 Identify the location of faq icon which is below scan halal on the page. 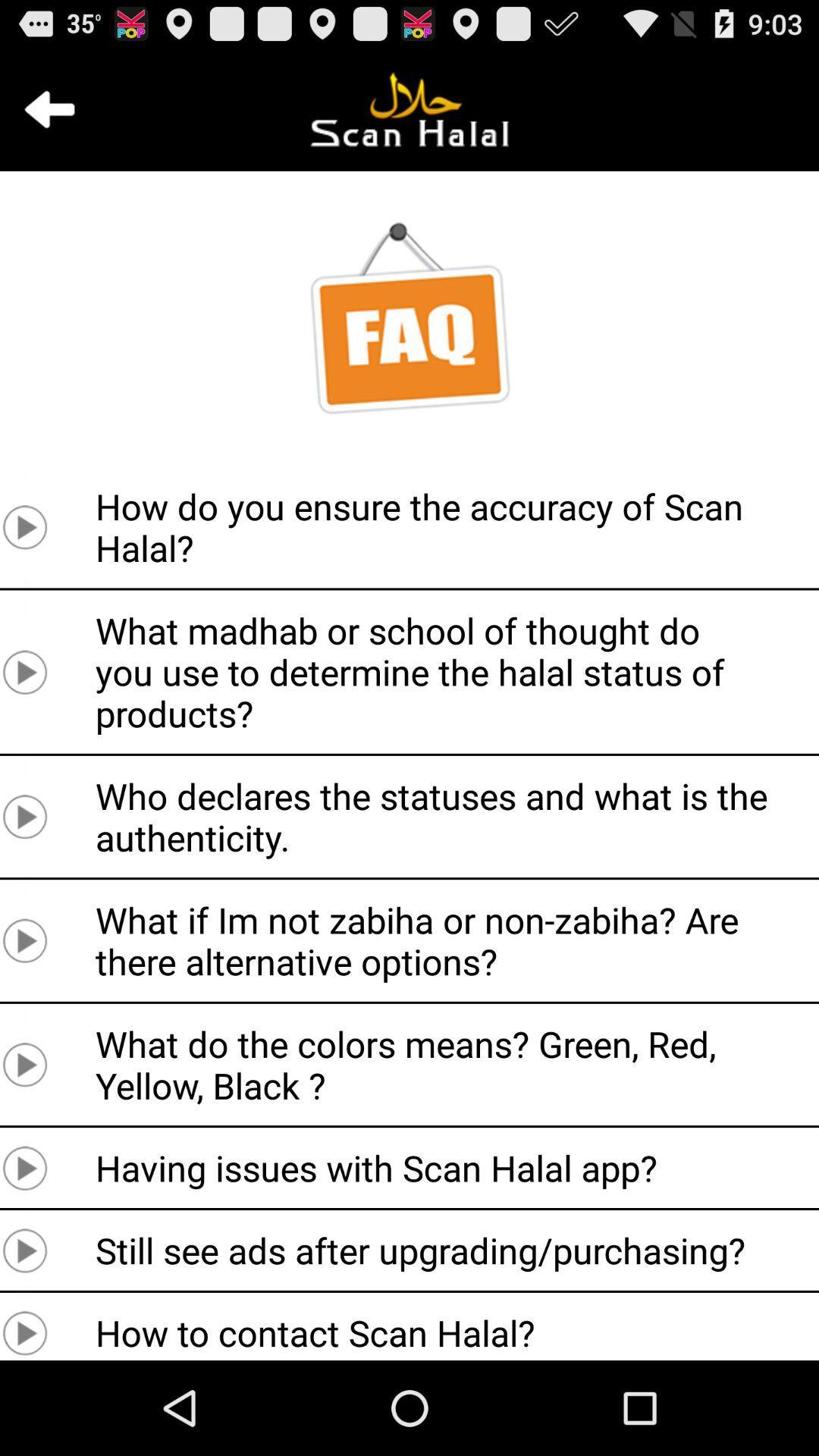
(409, 318).